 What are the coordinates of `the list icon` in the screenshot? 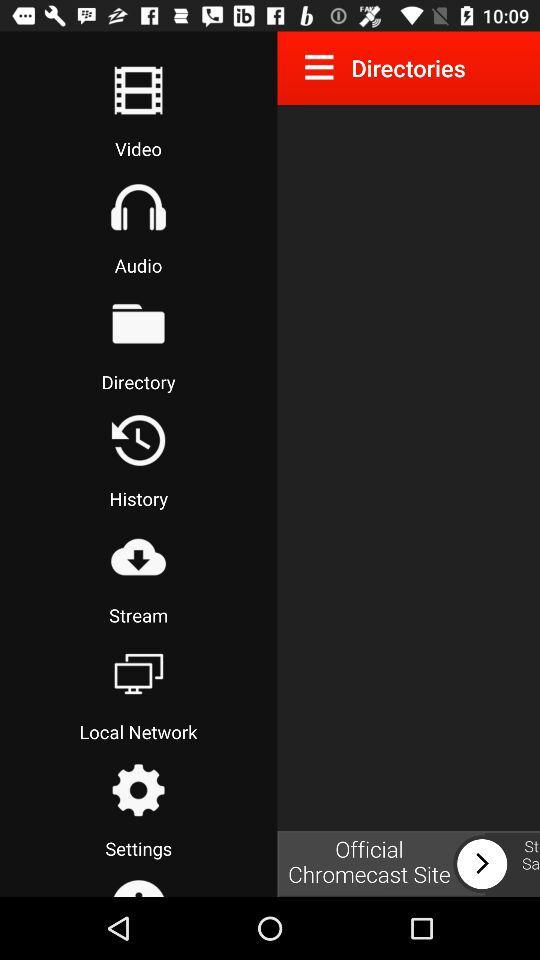 It's located at (137, 90).